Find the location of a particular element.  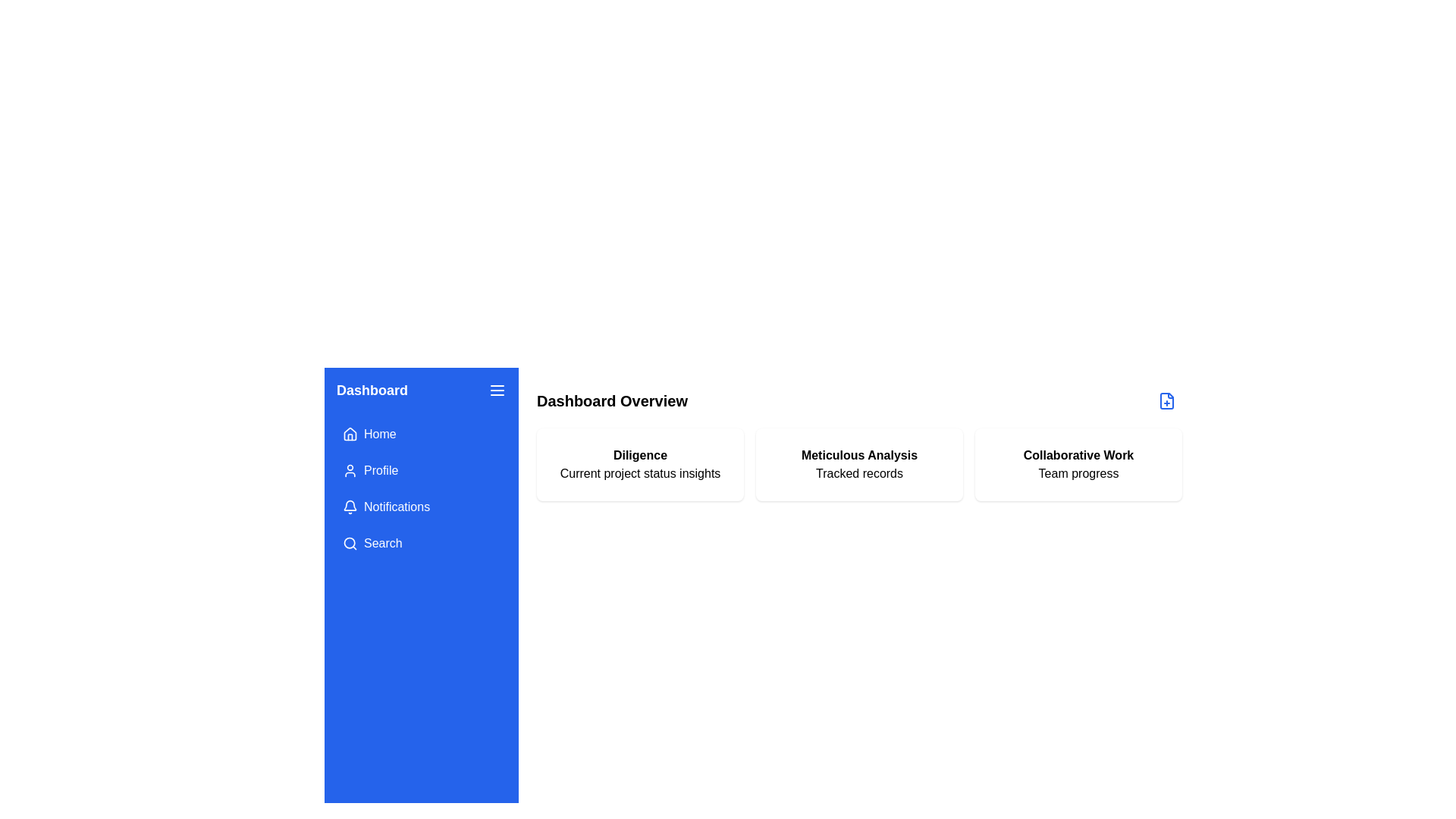

the top text label in the left vertical navigation menu that identifies the current section of the application interface is located at coordinates (372, 390).